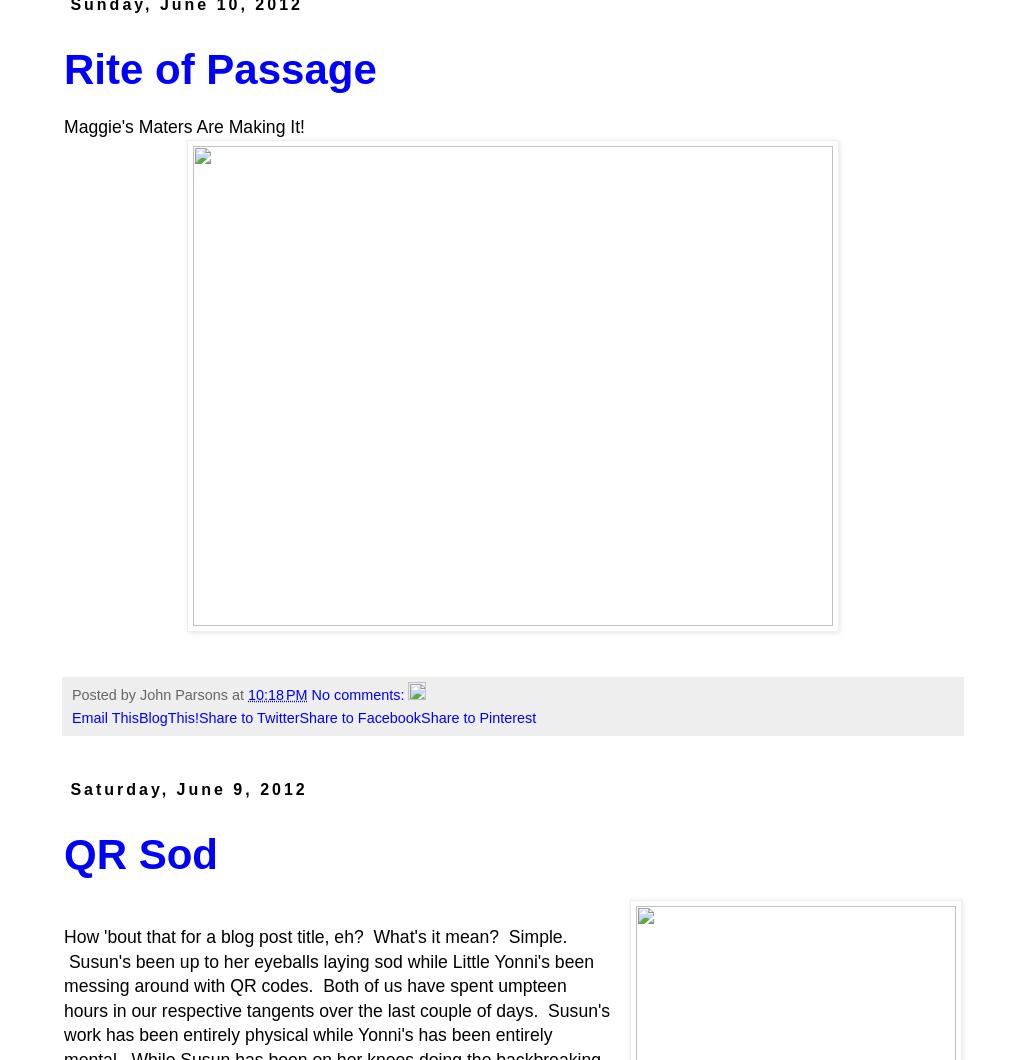 The width and height of the screenshot is (1018, 1060). I want to click on 'at', so click(239, 694).